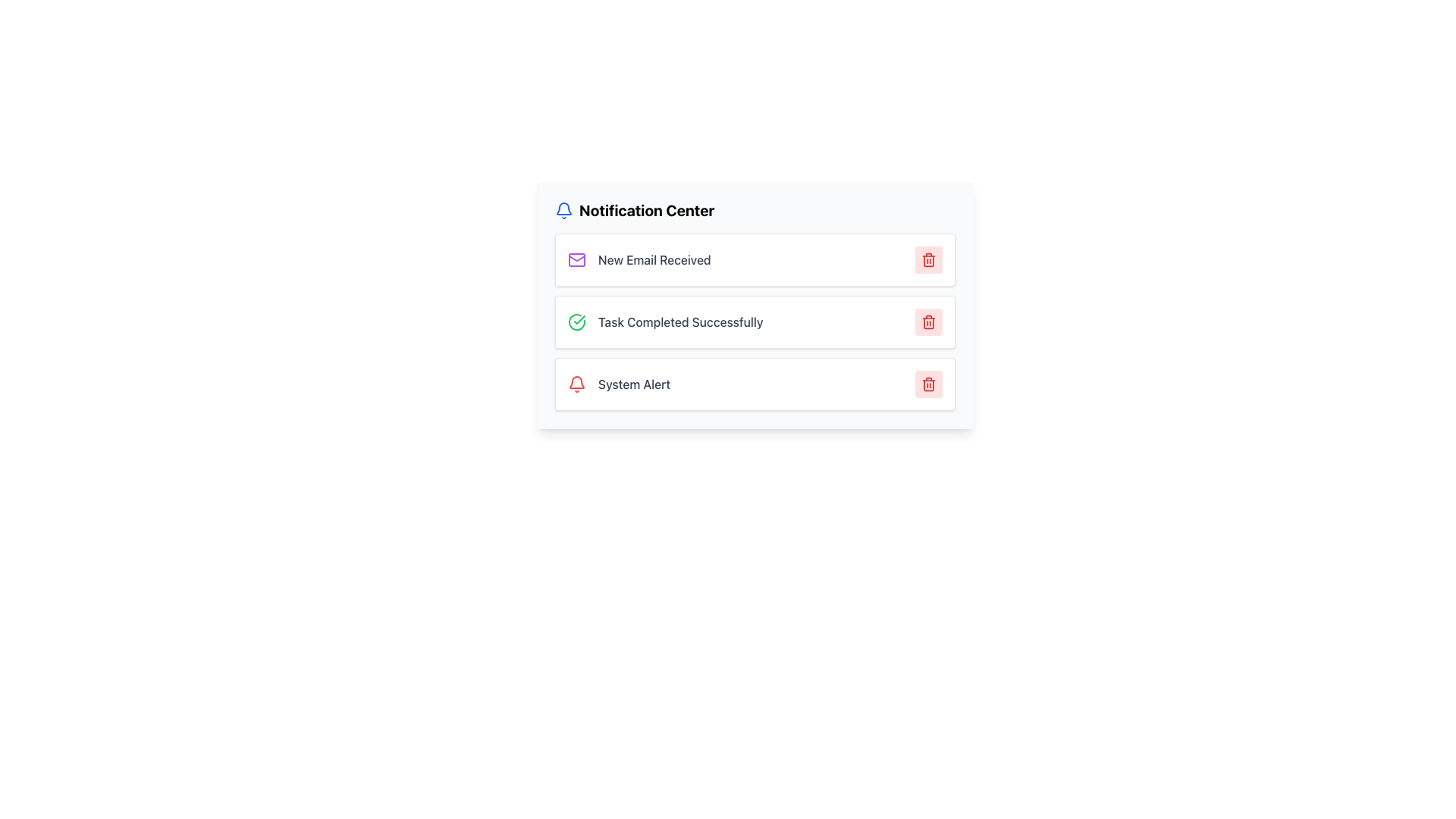 The image size is (1456, 819). I want to click on the purple email notification icon located in the 'New Email Received' row of the Notification Center panel, so click(576, 259).